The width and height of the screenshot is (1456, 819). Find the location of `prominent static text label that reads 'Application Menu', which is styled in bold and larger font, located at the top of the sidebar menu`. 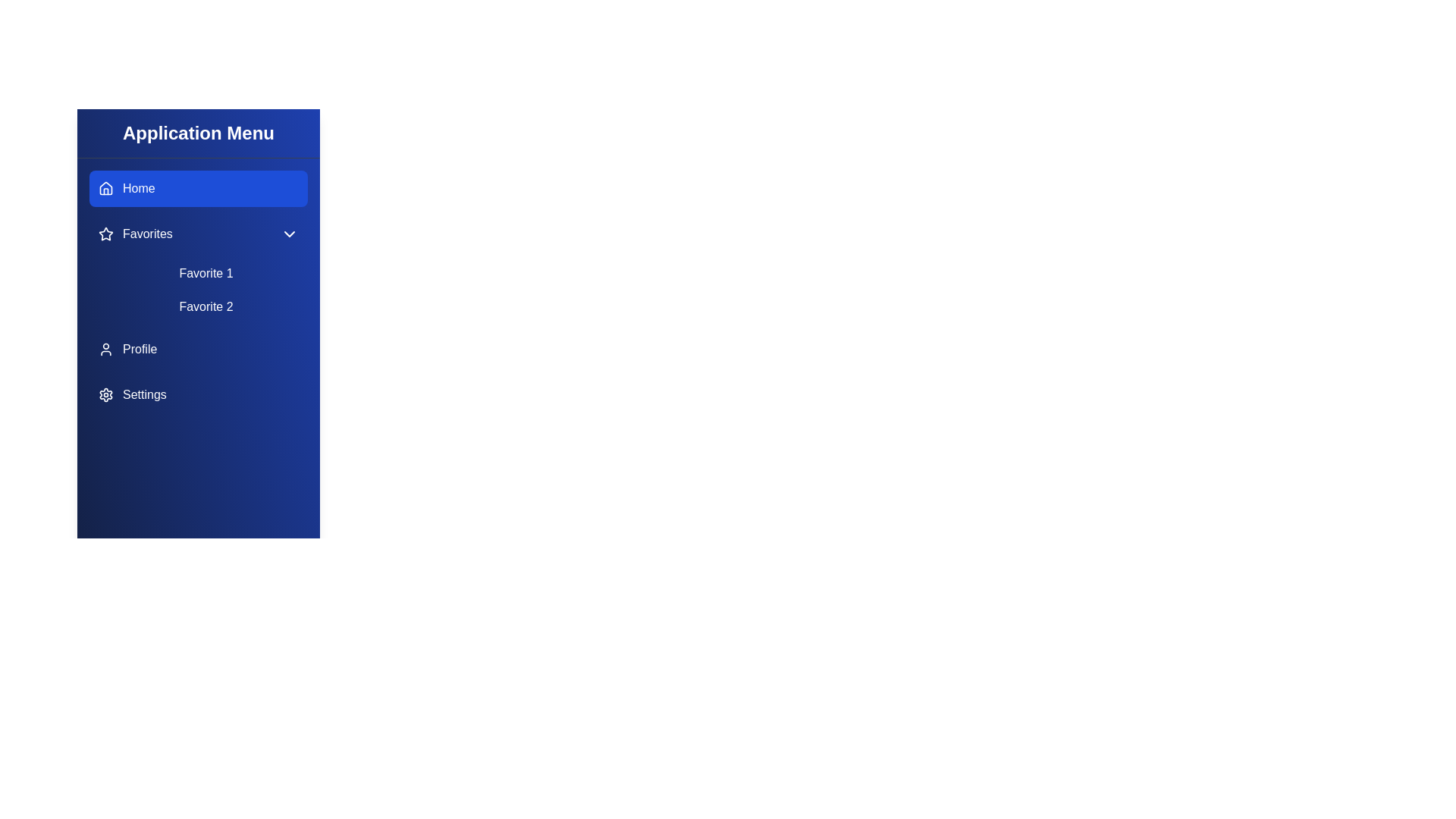

prominent static text label that reads 'Application Menu', which is styled in bold and larger font, located at the top of the sidebar menu is located at coordinates (198, 133).